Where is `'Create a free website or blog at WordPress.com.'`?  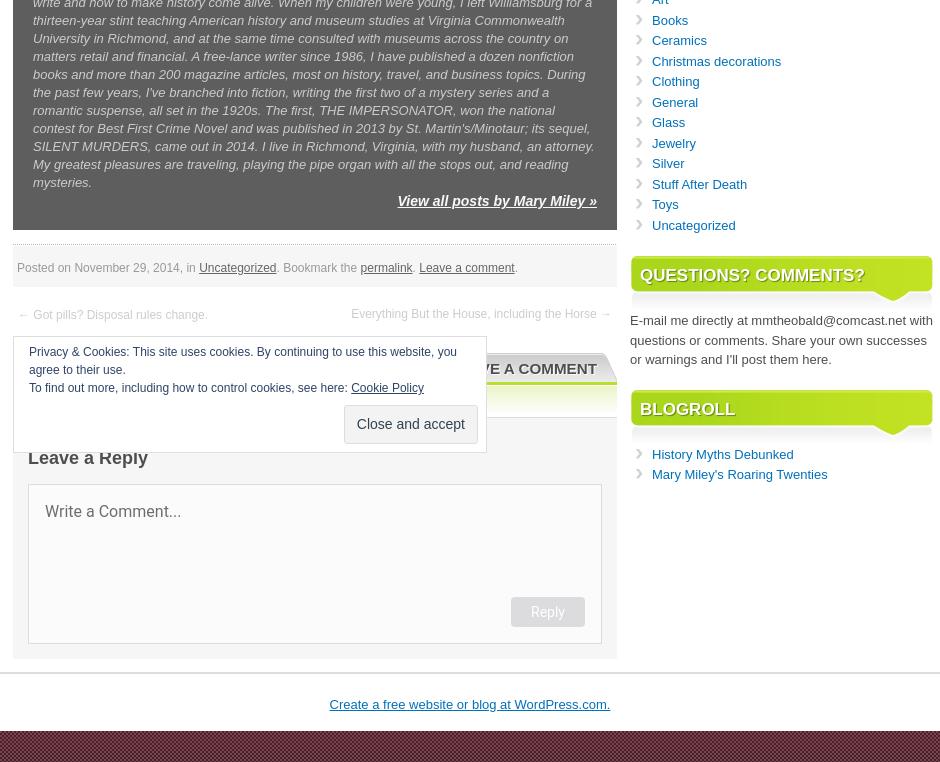
'Create a free website or blog at WordPress.com.' is located at coordinates (329, 703).